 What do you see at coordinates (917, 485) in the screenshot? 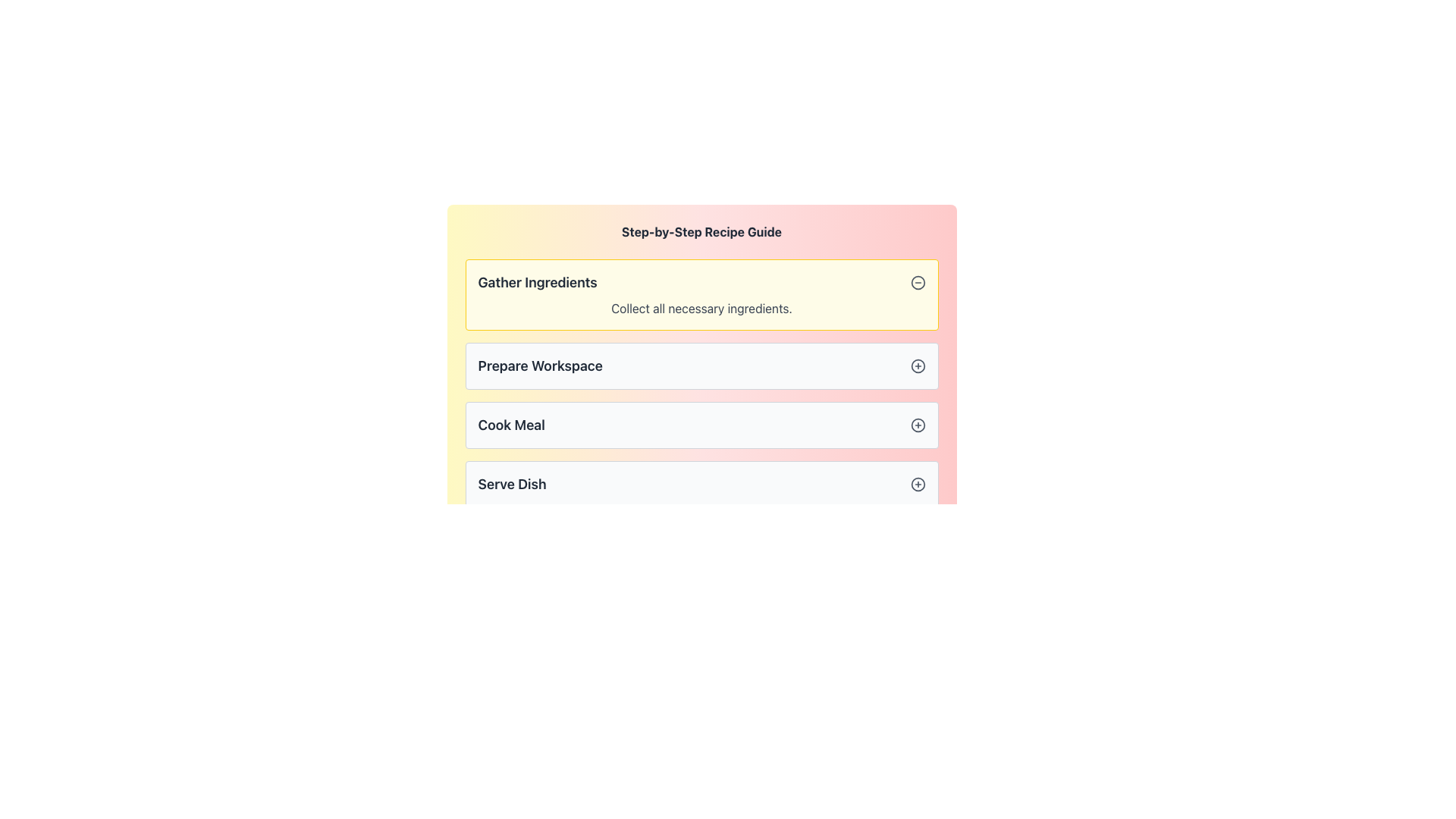
I see `the circular graphic component that is part of the icon next to the 'Serve Dish' label in the recipe steps list` at bounding box center [917, 485].